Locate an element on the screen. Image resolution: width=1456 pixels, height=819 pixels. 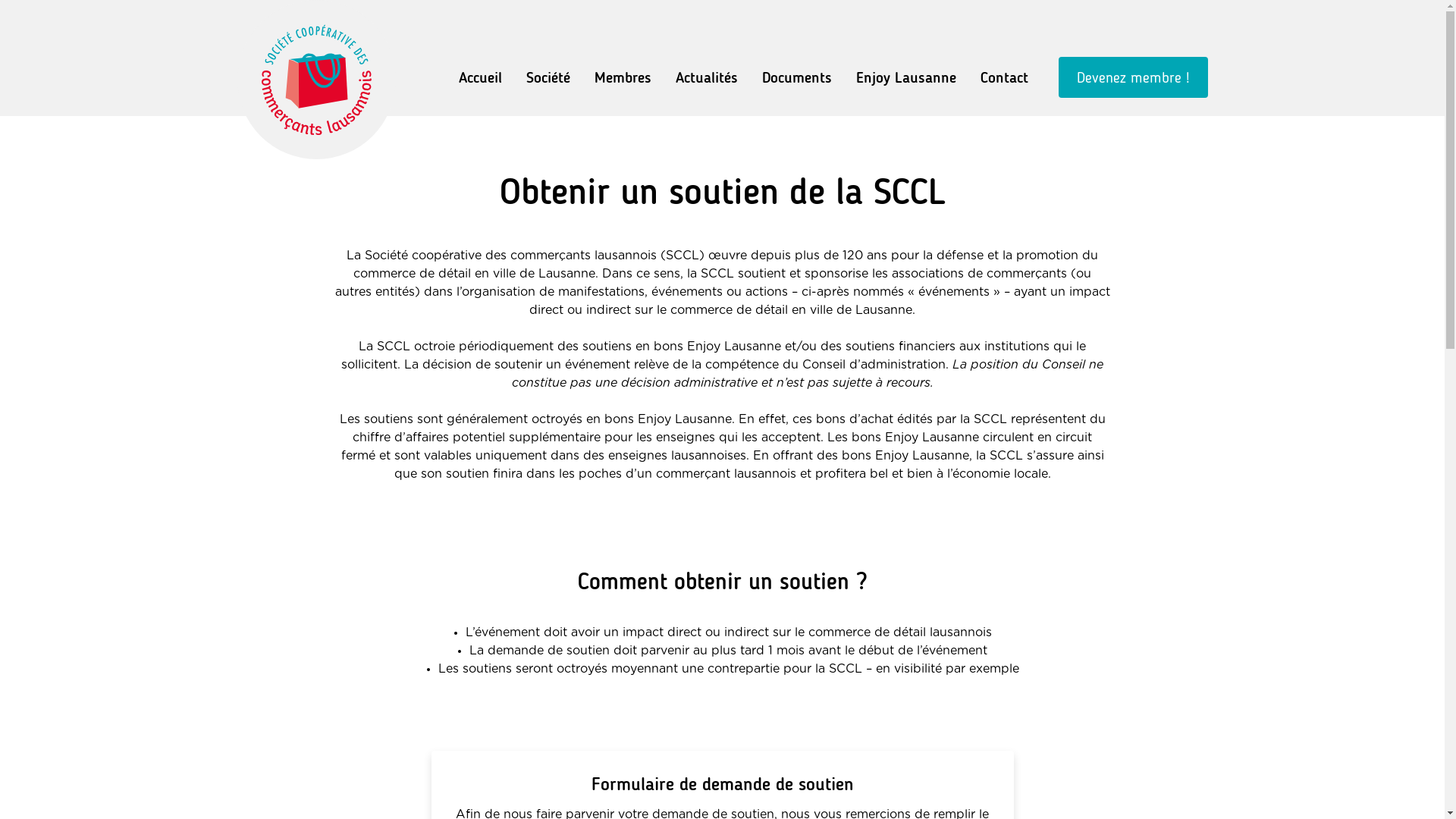
'Membres' is located at coordinates (623, 77).